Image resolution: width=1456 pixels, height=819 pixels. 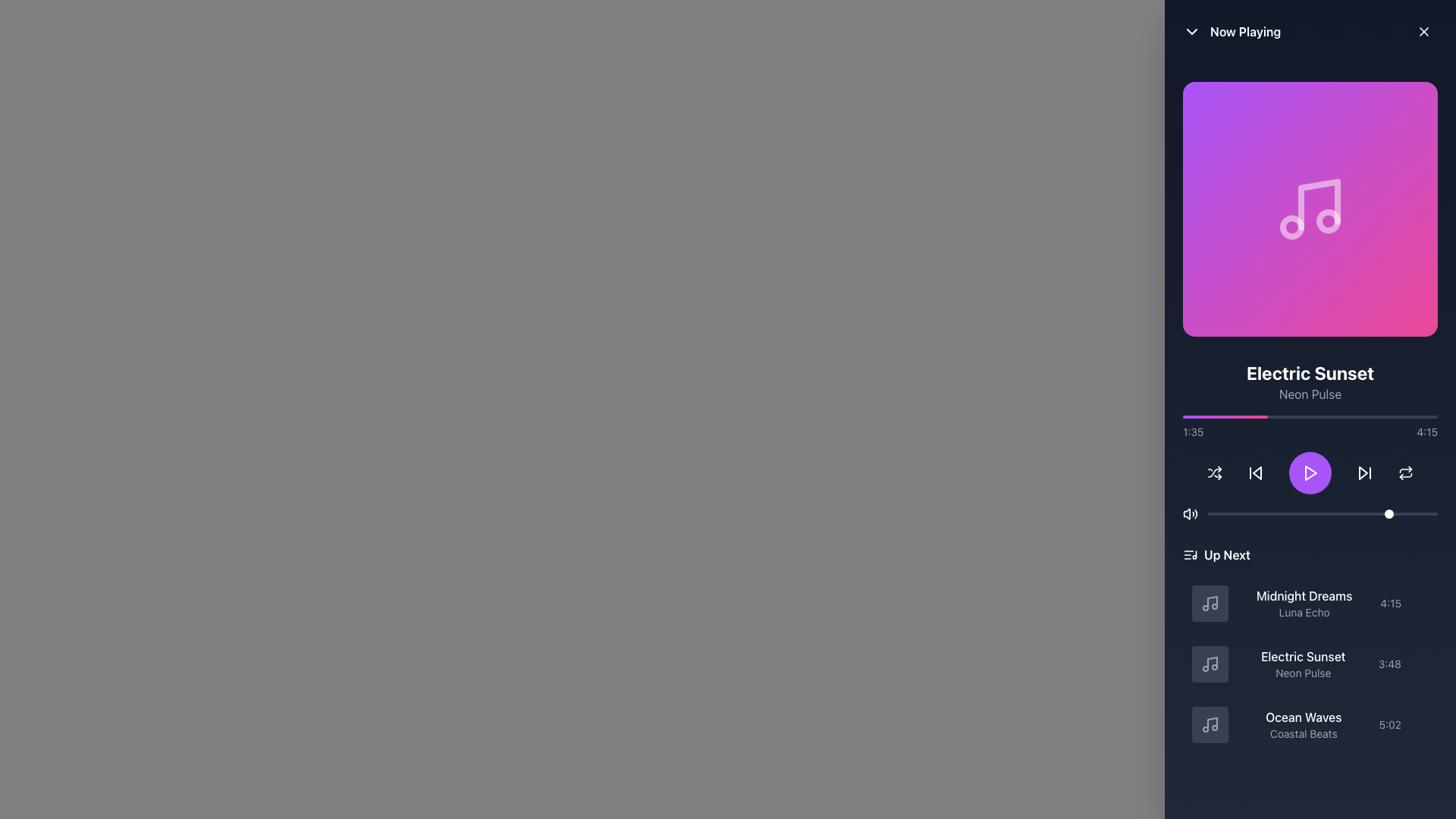 What do you see at coordinates (1390, 724) in the screenshot?
I see `the text label displaying '5:02' located on the far-right side of the row for the track 'Ocean Waves' in the 'Up Next' list` at bounding box center [1390, 724].